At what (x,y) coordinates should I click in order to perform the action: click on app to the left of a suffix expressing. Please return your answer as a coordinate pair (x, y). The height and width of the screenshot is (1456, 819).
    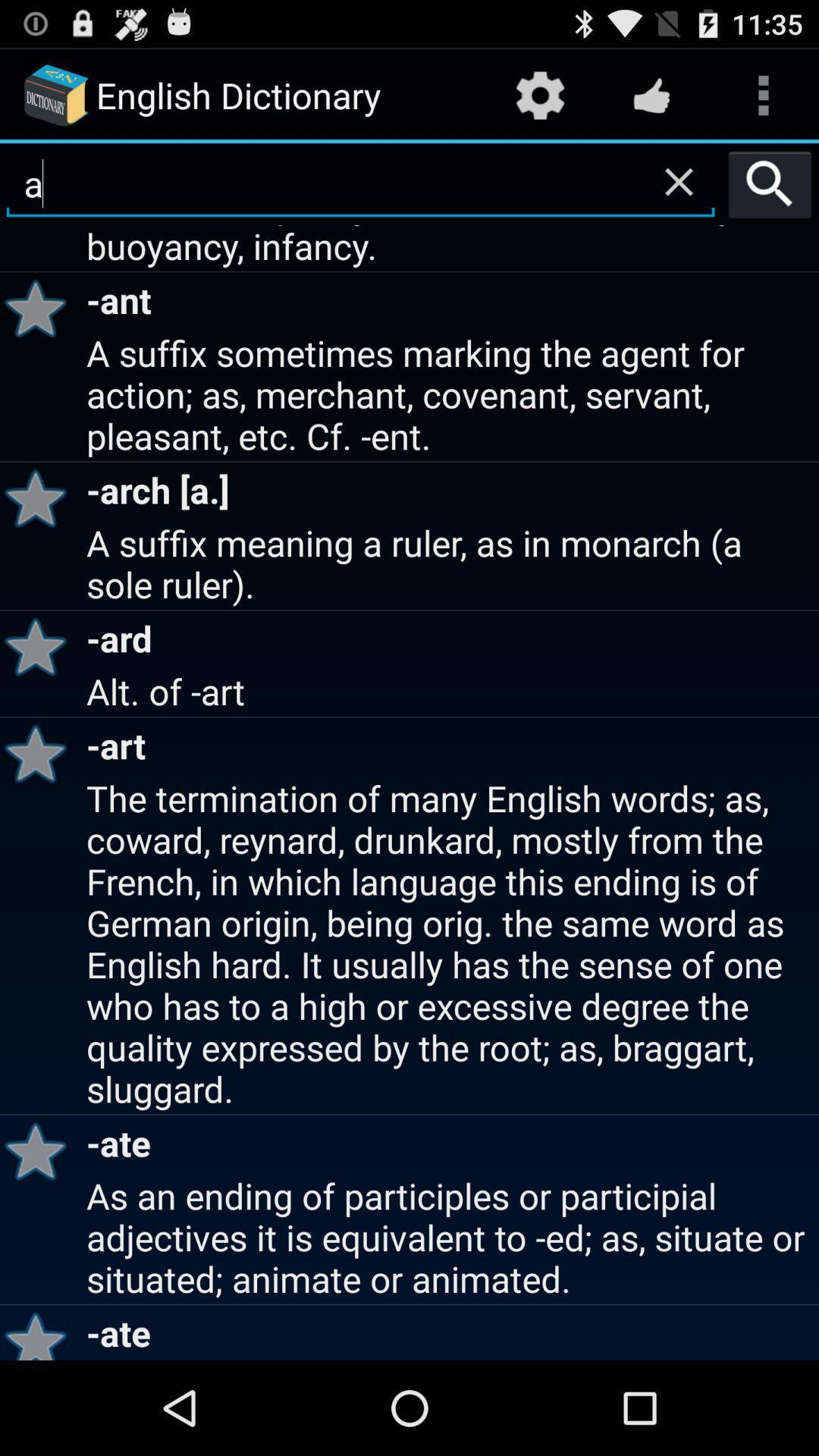
    Looking at the image, I should click on (40, 307).